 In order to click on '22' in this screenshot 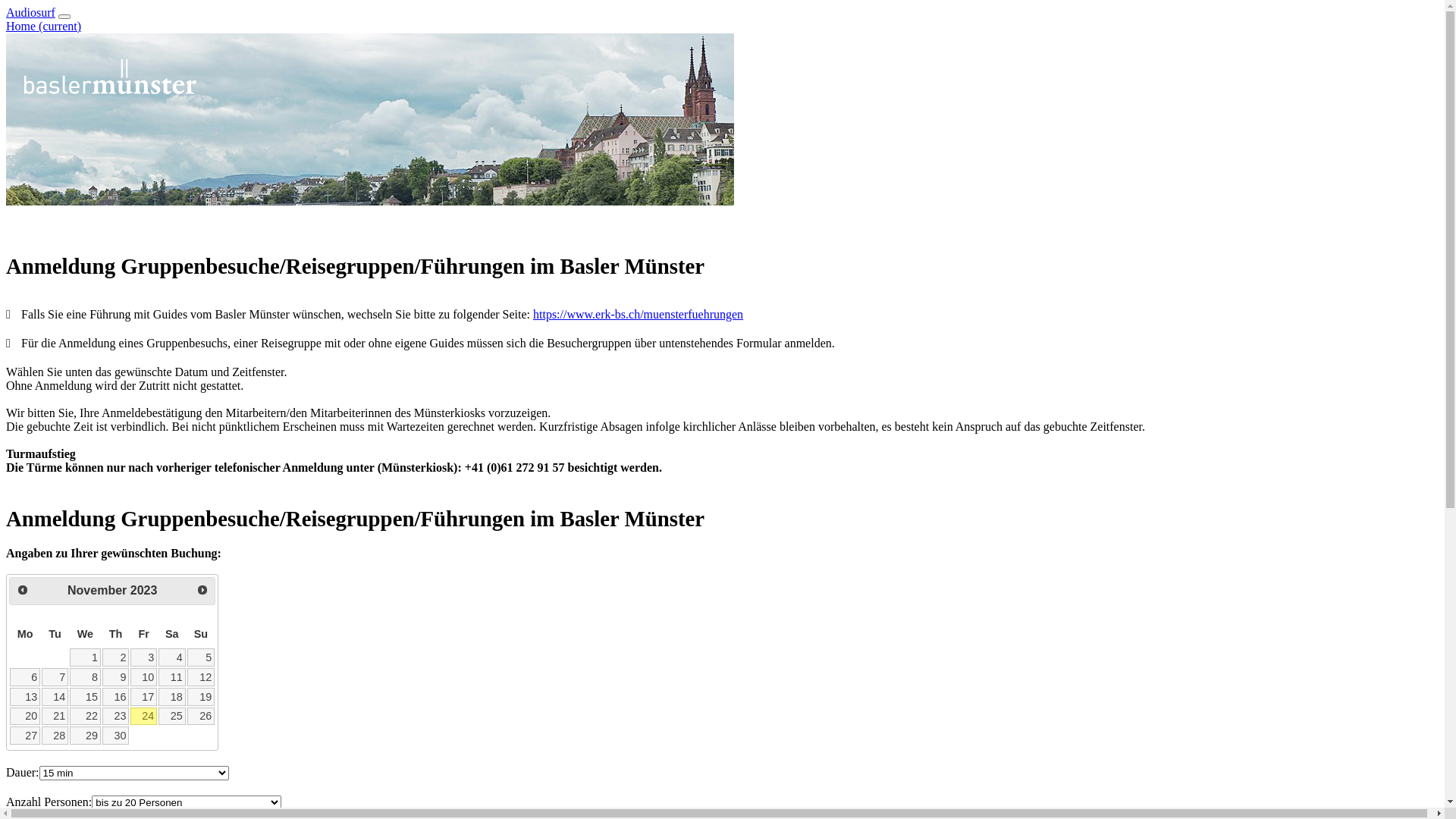, I will do `click(84, 717)`.